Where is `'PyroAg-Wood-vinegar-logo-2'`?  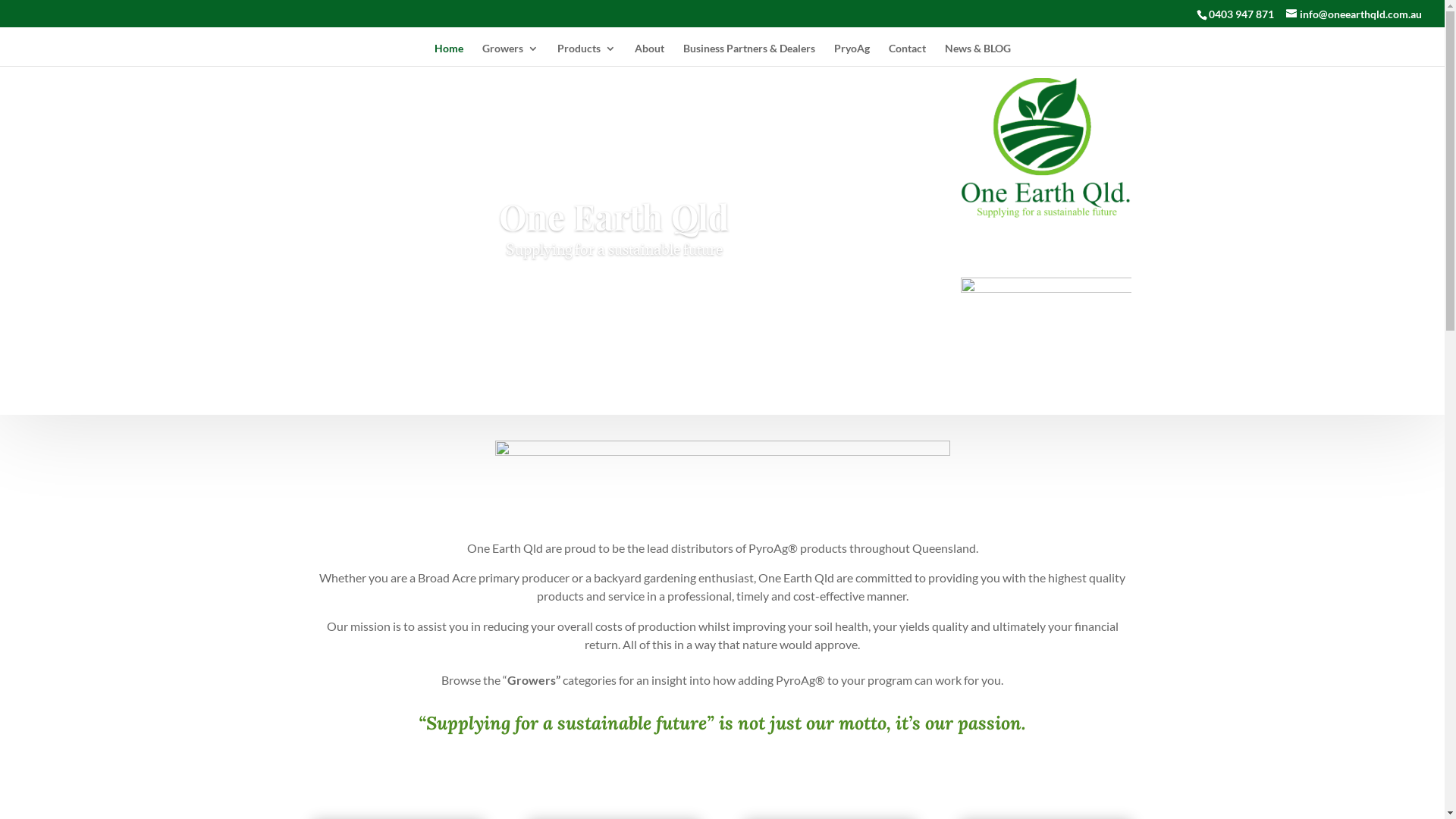 'PyroAg-Wood-vinegar-logo-2' is located at coordinates (960, 303).